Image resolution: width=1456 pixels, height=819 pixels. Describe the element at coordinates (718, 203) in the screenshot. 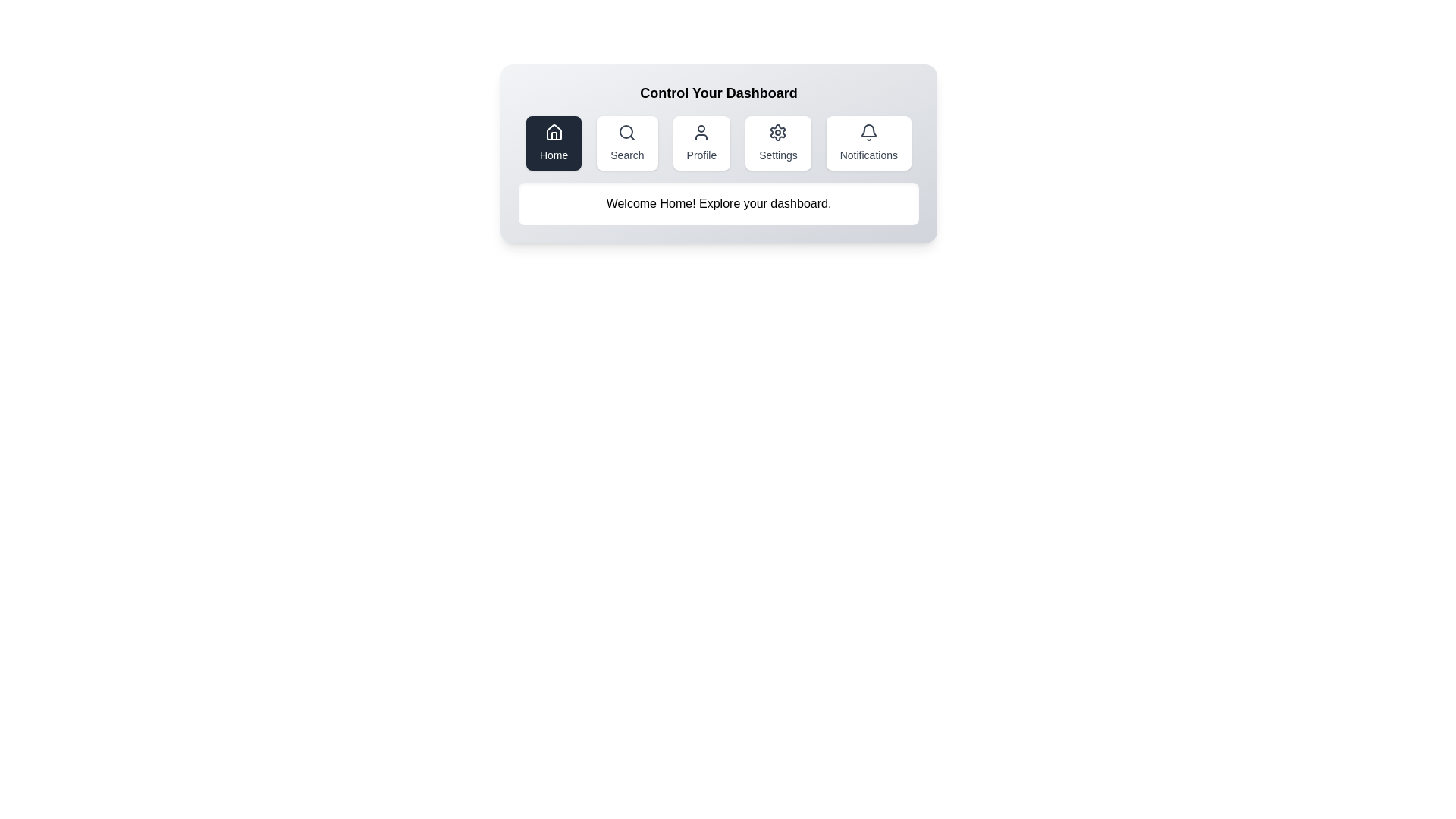

I see `the text block that reads 'Welcome Home! Explore your dashboard.', which is centrally positioned beneath the main navigation buttons` at that location.